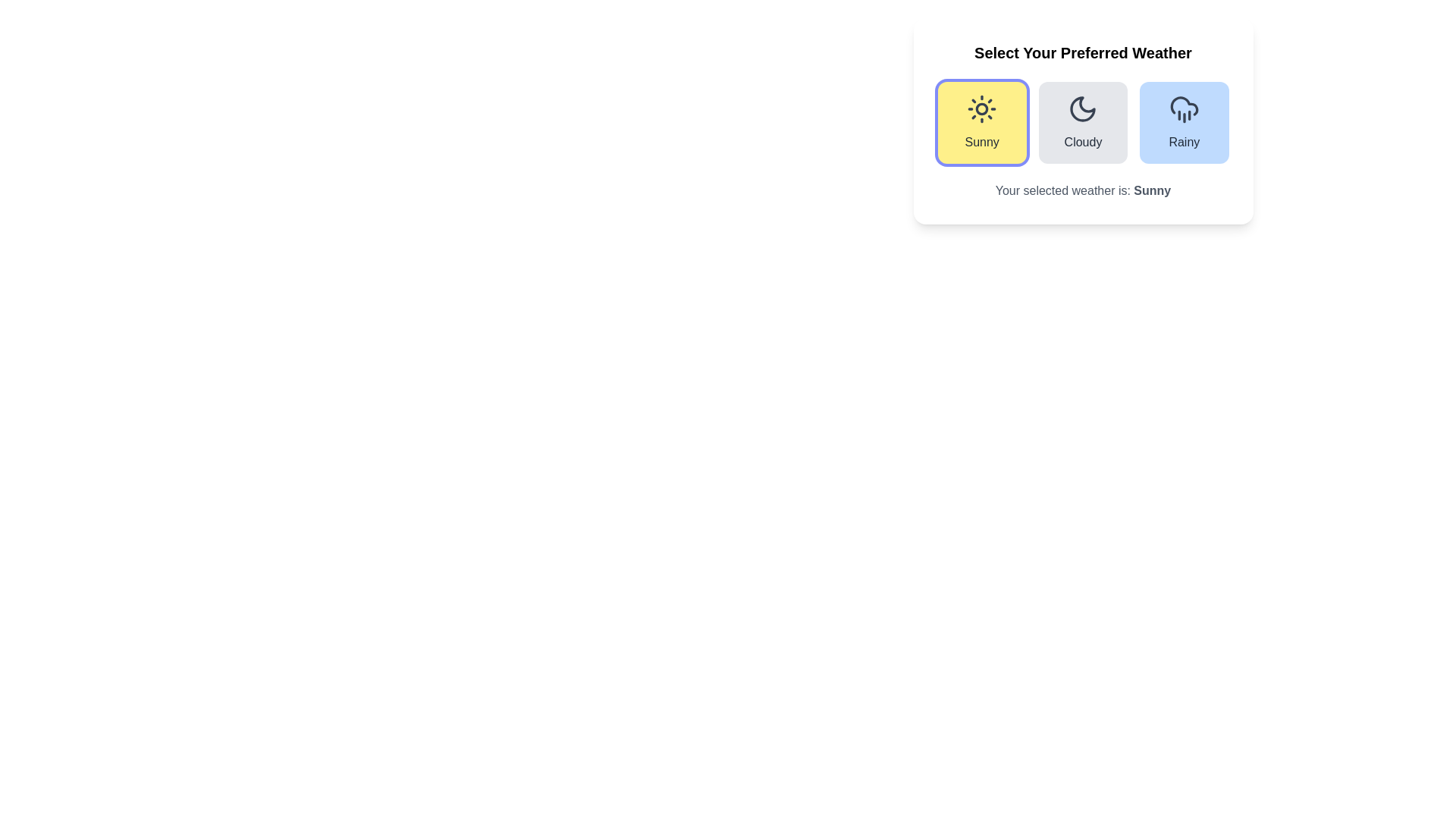  Describe the element at coordinates (1082, 108) in the screenshot. I see `the crescent moon icon representing the 'Cloudy' weather option located in the center circular area of the weather selection interface` at that location.